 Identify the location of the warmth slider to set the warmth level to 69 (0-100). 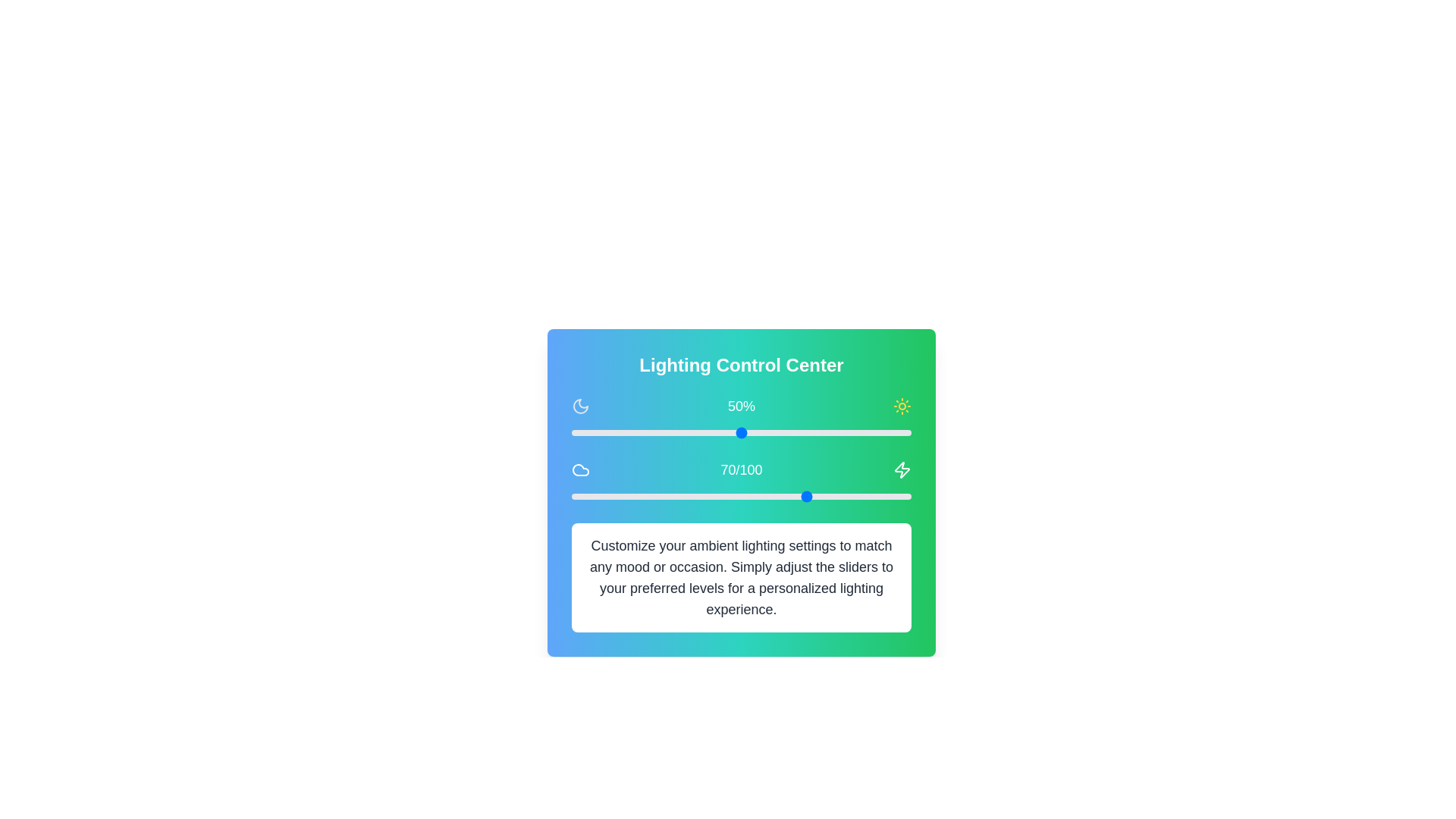
(805, 497).